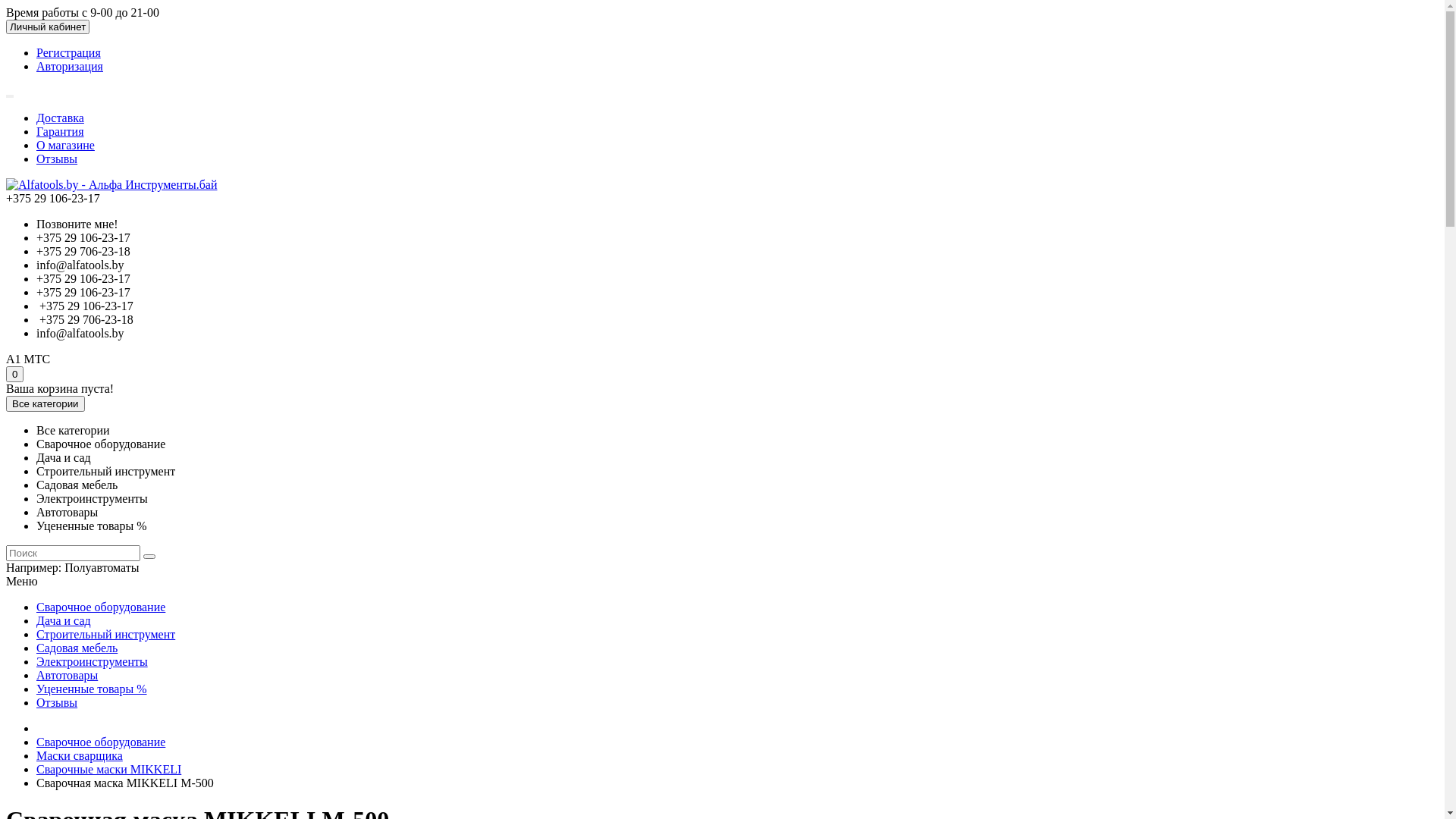 This screenshot has height=819, width=1456. What do you see at coordinates (83, 292) in the screenshot?
I see `'+375 29 106-23-17'` at bounding box center [83, 292].